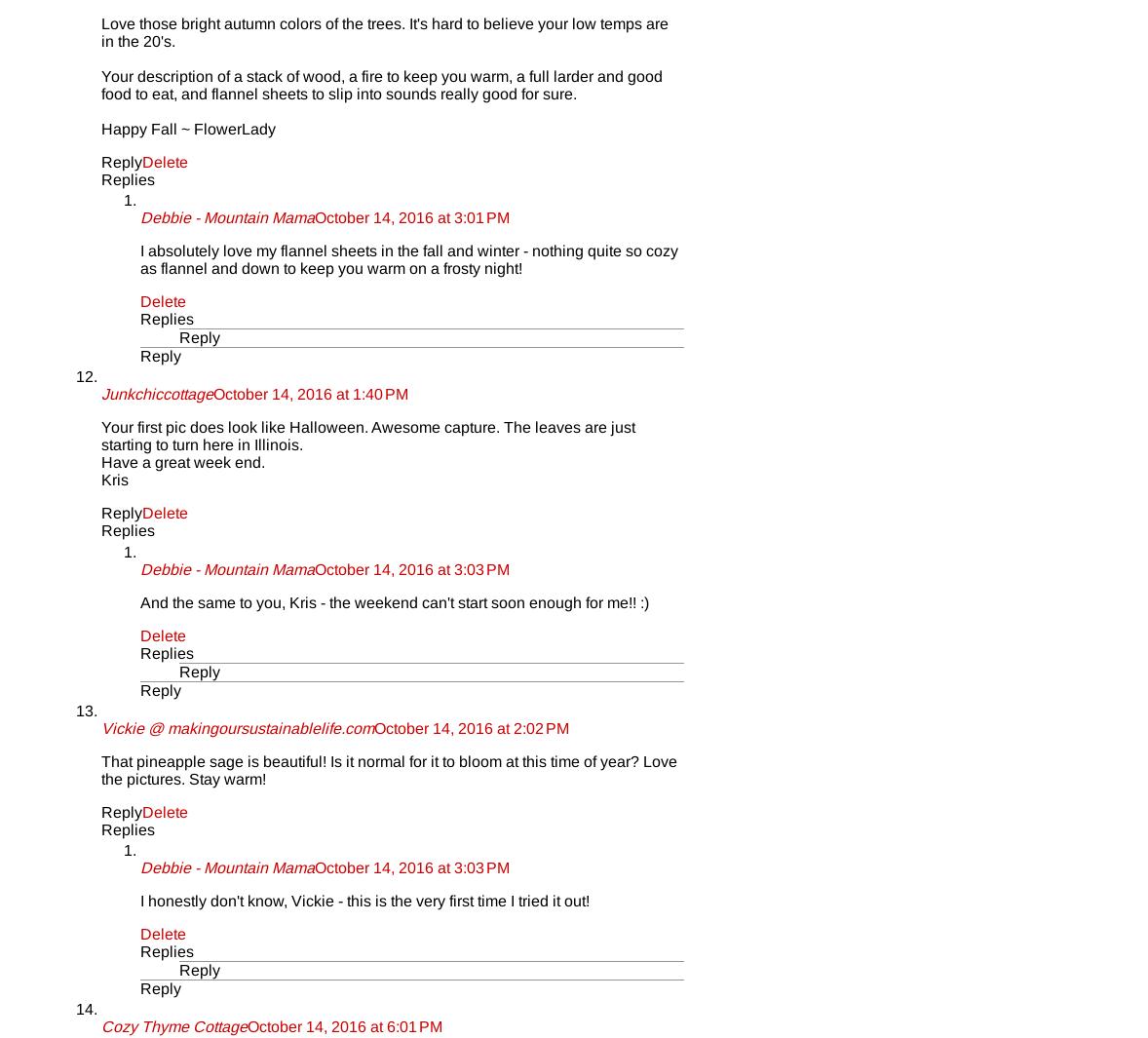 The image size is (1148, 1038). What do you see at coordinates (114, 479) in the screenshot?
I see `'Kris'` at bounding box center [114, 479].